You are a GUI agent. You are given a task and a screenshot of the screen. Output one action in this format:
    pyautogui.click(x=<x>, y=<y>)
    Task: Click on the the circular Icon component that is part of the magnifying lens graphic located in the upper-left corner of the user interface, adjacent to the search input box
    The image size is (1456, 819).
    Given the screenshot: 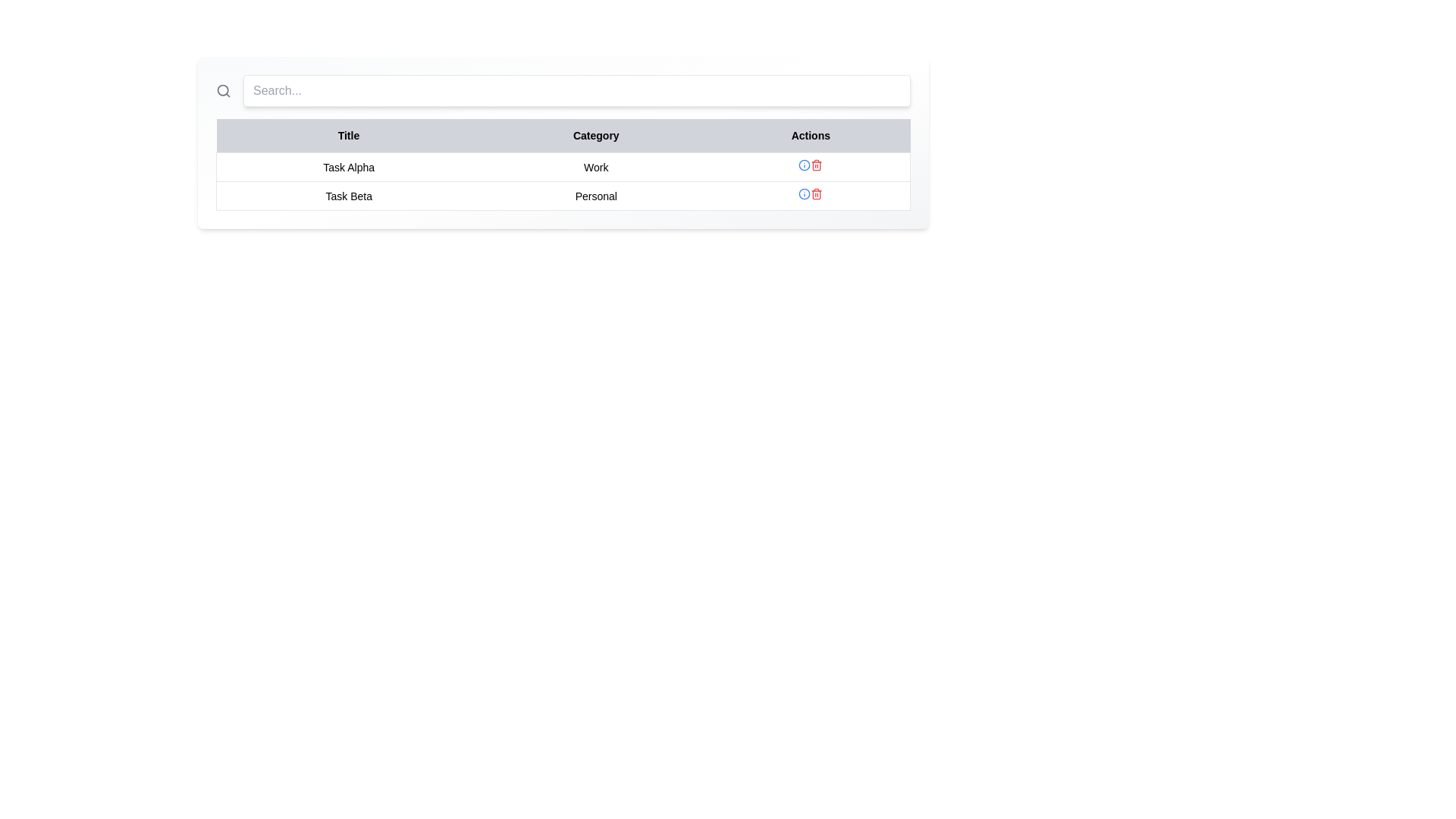 What is the action you would take?
    pyautogui.click(x=222, y=90)
    